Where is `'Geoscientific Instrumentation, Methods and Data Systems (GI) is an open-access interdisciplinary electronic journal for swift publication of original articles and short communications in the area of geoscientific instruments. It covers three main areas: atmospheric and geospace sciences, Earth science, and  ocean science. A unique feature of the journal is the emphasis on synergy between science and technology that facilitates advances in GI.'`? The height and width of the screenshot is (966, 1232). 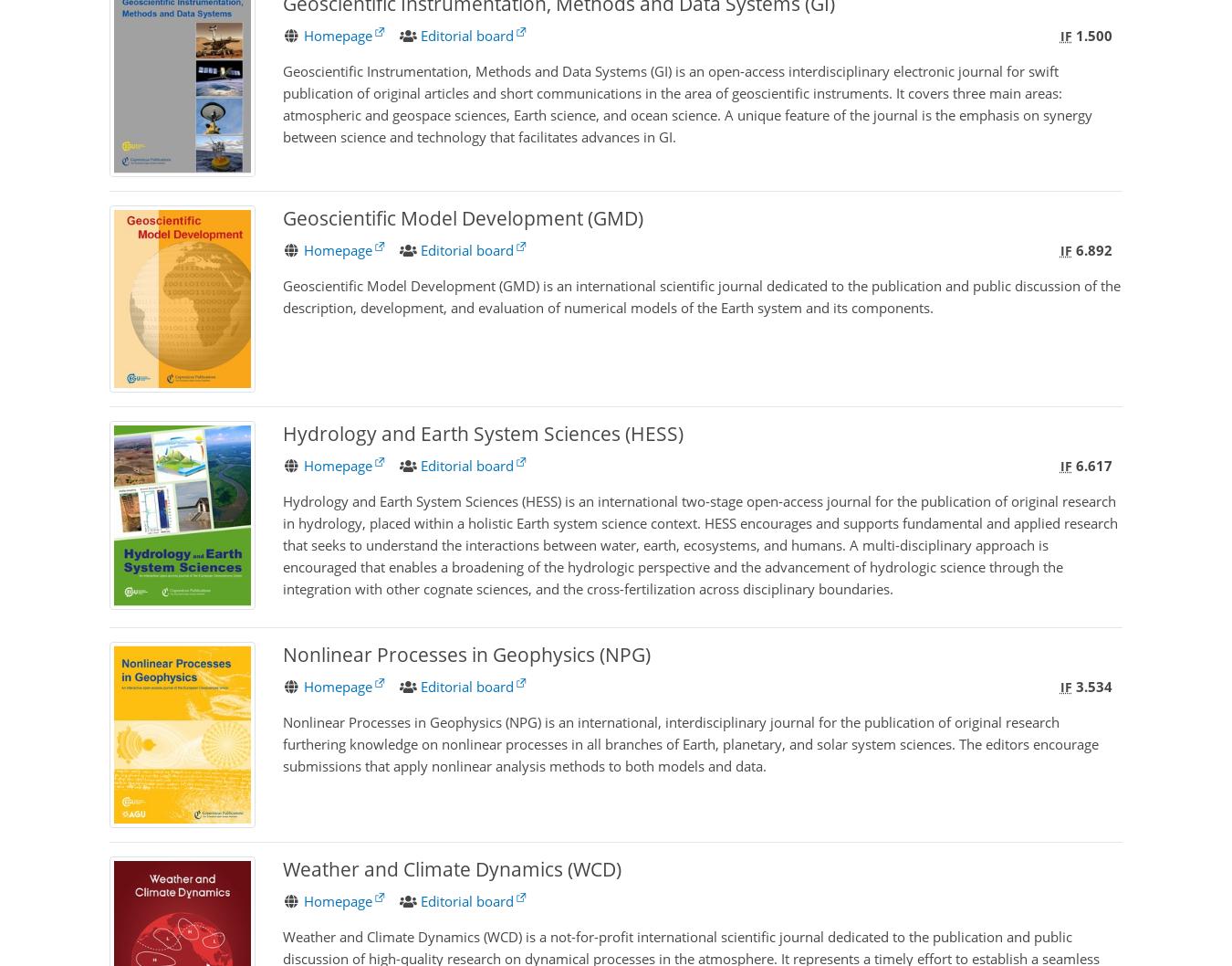
'Geoscientific Instrumentation, Methods and Data Systems (GI) is an open-access interdisciplinary electronic journal for swift publication of original articles and short communications in the area of geoscientific instruments. It covers three main areas: atmospheric and geospace sciences, Earth science, and  ocean science. A unique feature of the journal is the emphasis on synergy between science and technology that facilitates advances in GI.' is located at coordinates (686, 101).